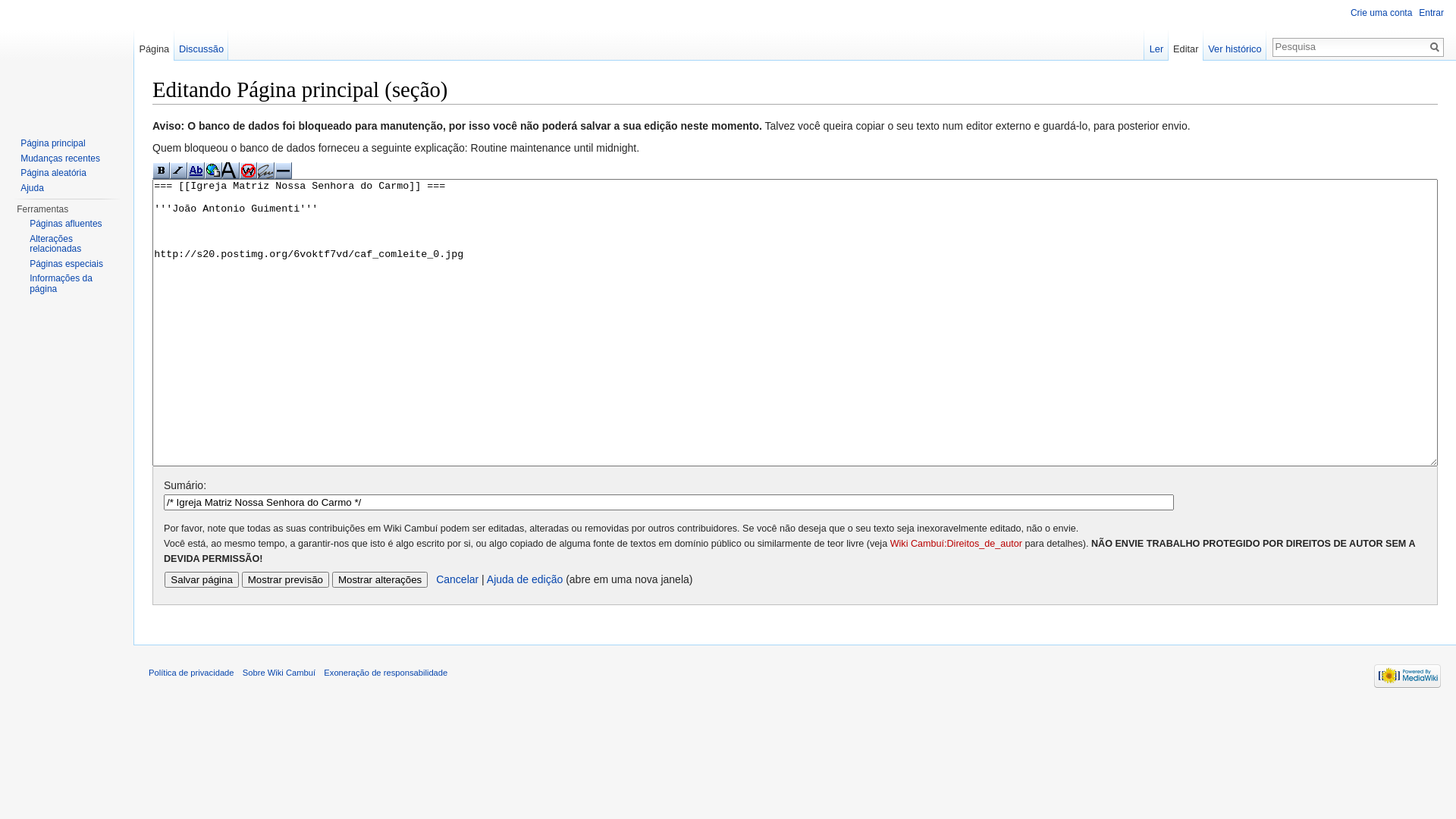 This screenshot has width=1456, height=819. I want to click on 'Sua assinatura, com hora e data', so click(265, 170).